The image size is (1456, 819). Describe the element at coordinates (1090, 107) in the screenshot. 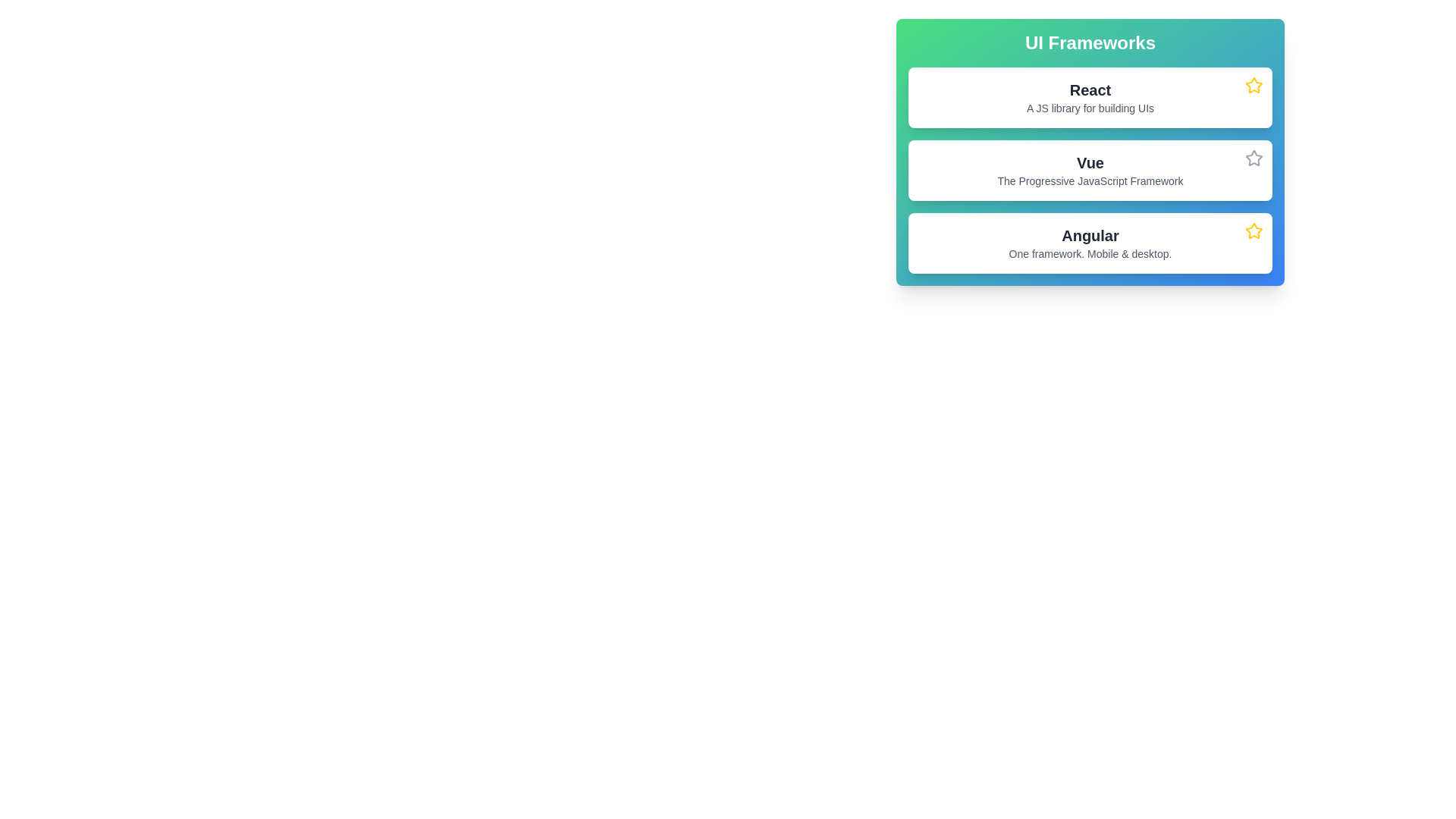

I see `static text label providing a brief description about the 'React' framework, positioned below the heading 'React' in the 'UI Frameworks' list` at that location.